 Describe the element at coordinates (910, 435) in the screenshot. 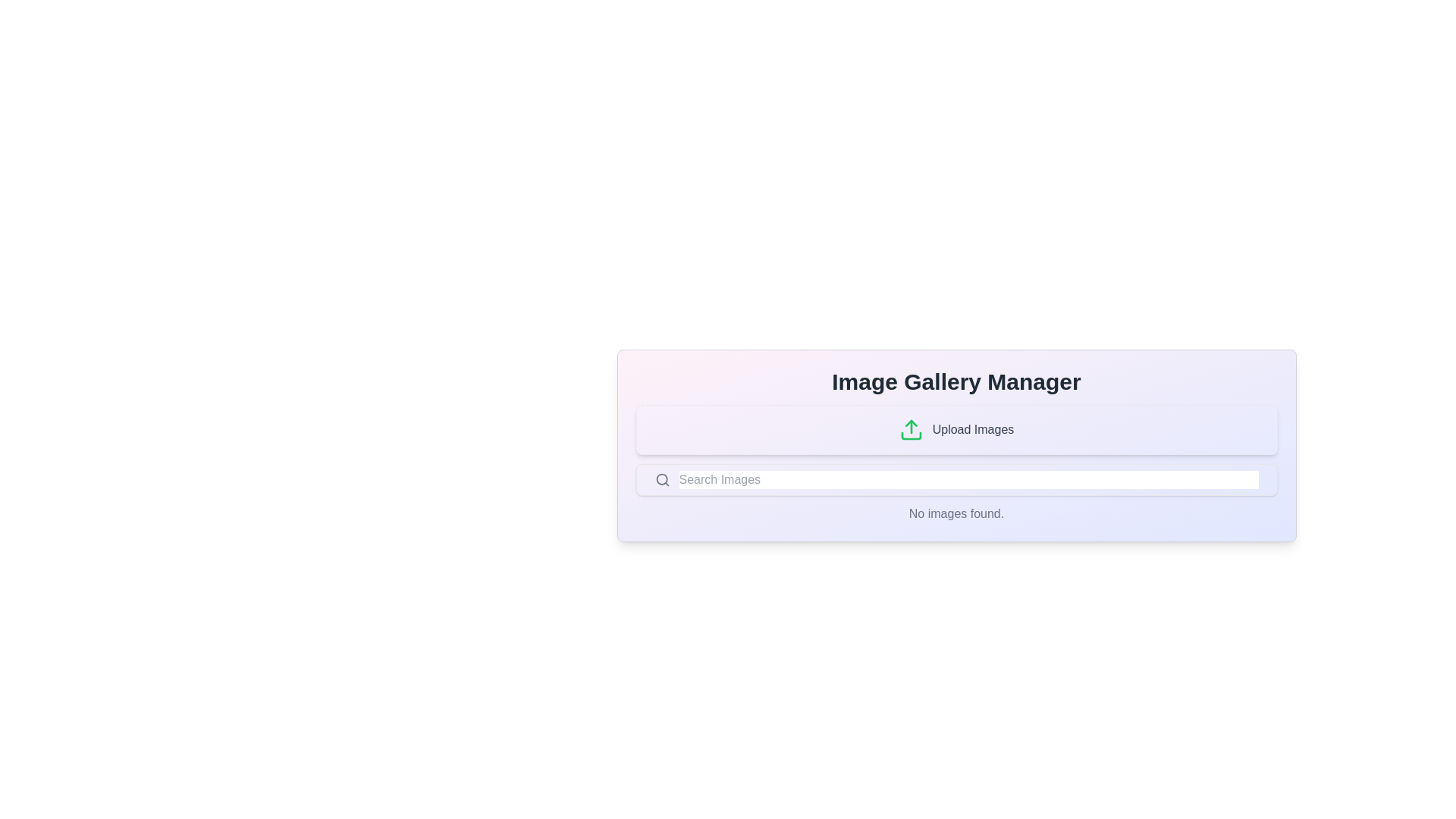

I see `the stylized part of the upload icon located just below the 'Image Gallery Manager' heading` at that location.